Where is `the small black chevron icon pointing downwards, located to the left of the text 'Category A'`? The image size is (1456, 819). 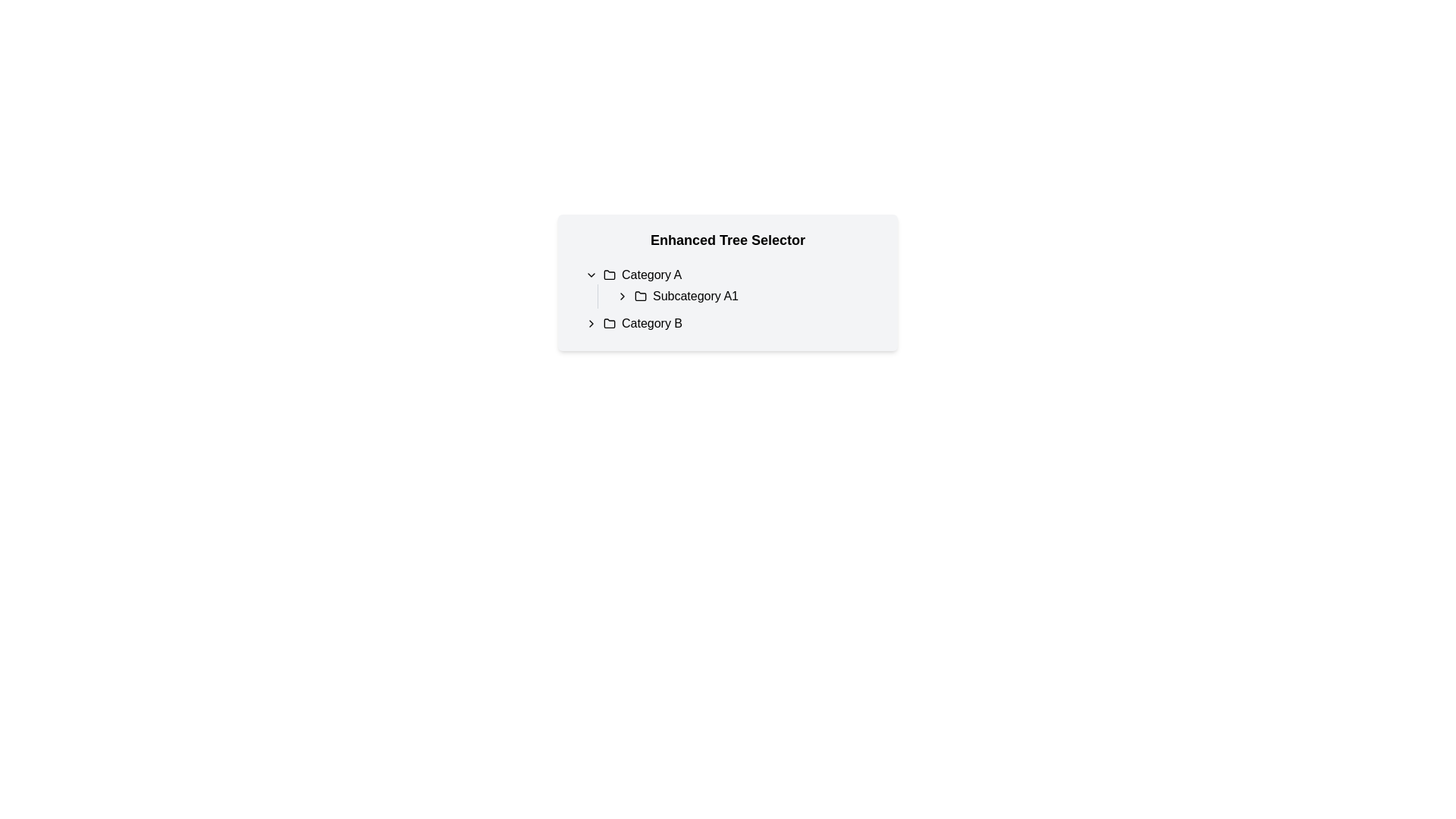
the small black chevron icon pointing downwards, located to the left of the text 'Category A' is located at coordinates (590, 275).